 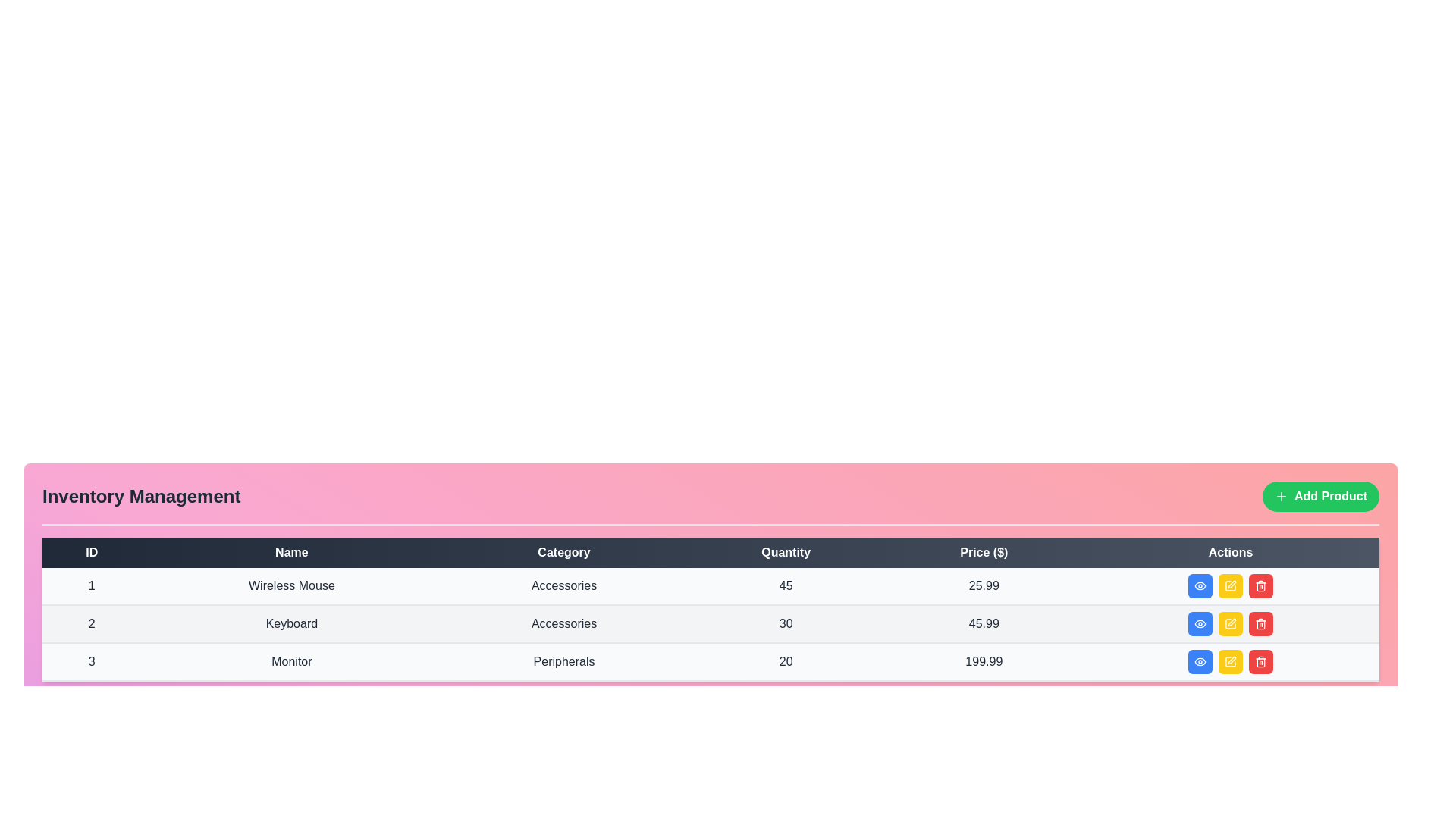 I want to click on the trash can icon representing the delete action in the 'Actions' column of the third row under the Inventory Management header, so click(x=1261, y=662).